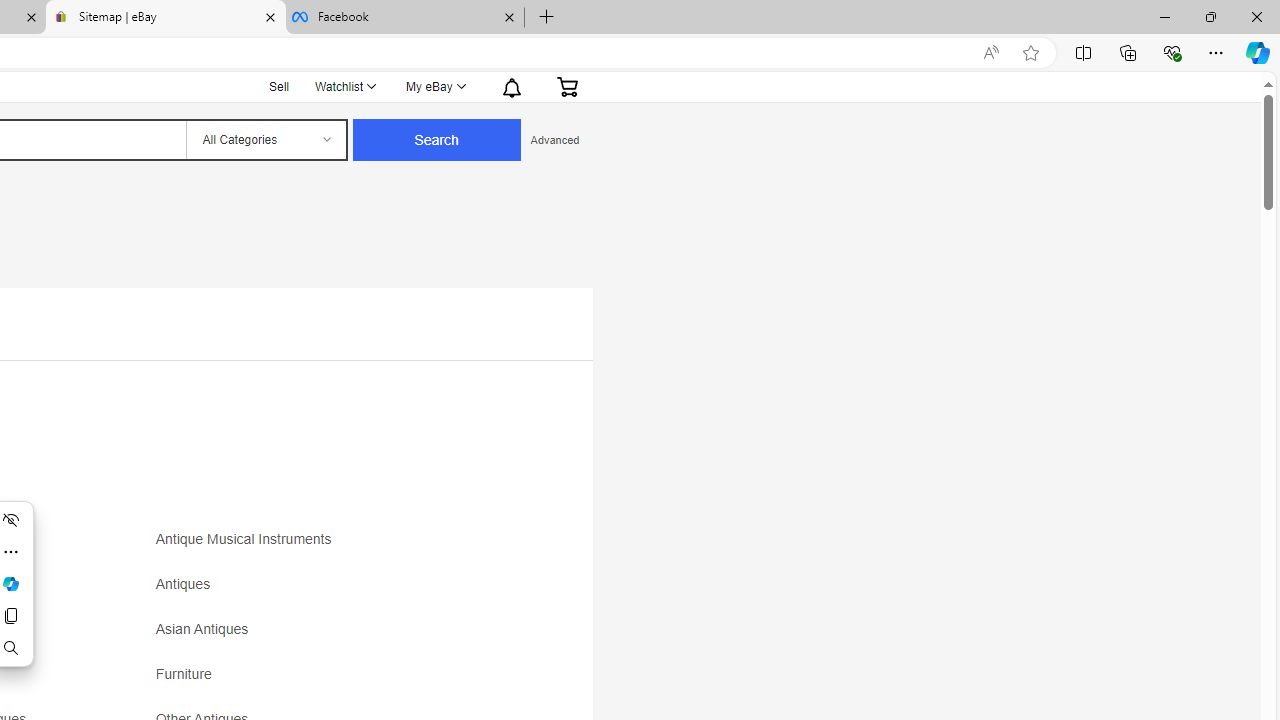 Image resolution: width=1280 pixels, height=720 pixels. I want to click on 'Furniture', so click(332, 680).